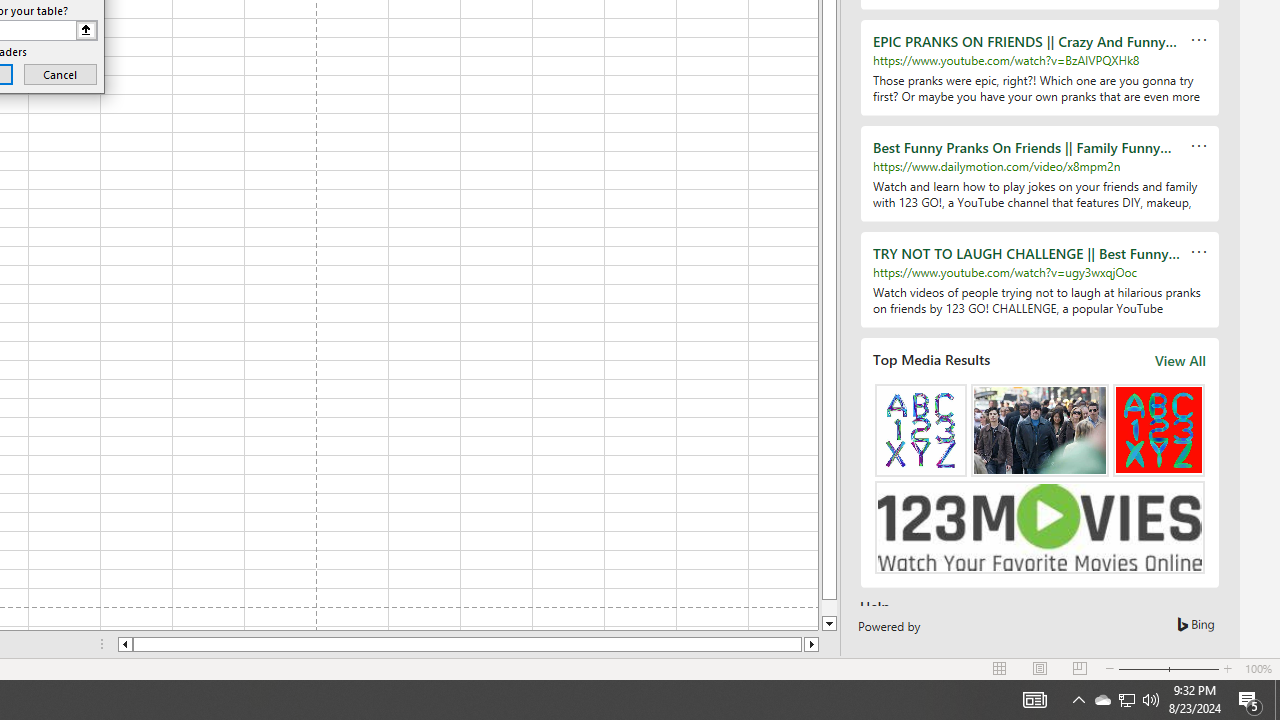 This screenshot has width=1280, height=720. What do you see at coordinates (829, 607) in the screenshot?
I see `'Page down'` at bounding box center [829, 607].